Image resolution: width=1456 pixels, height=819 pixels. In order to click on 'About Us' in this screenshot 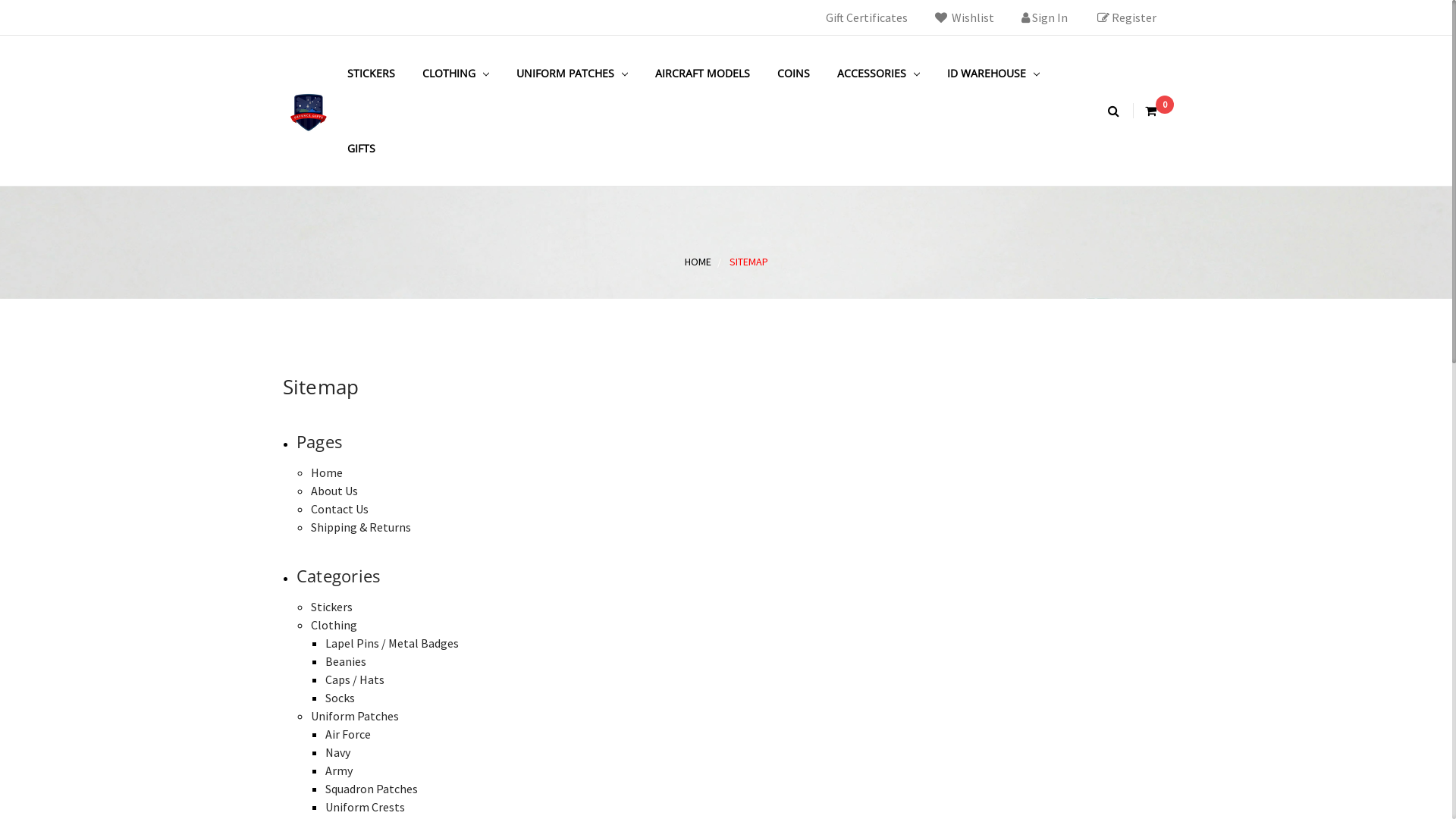, I will do `click(334, 491)`.